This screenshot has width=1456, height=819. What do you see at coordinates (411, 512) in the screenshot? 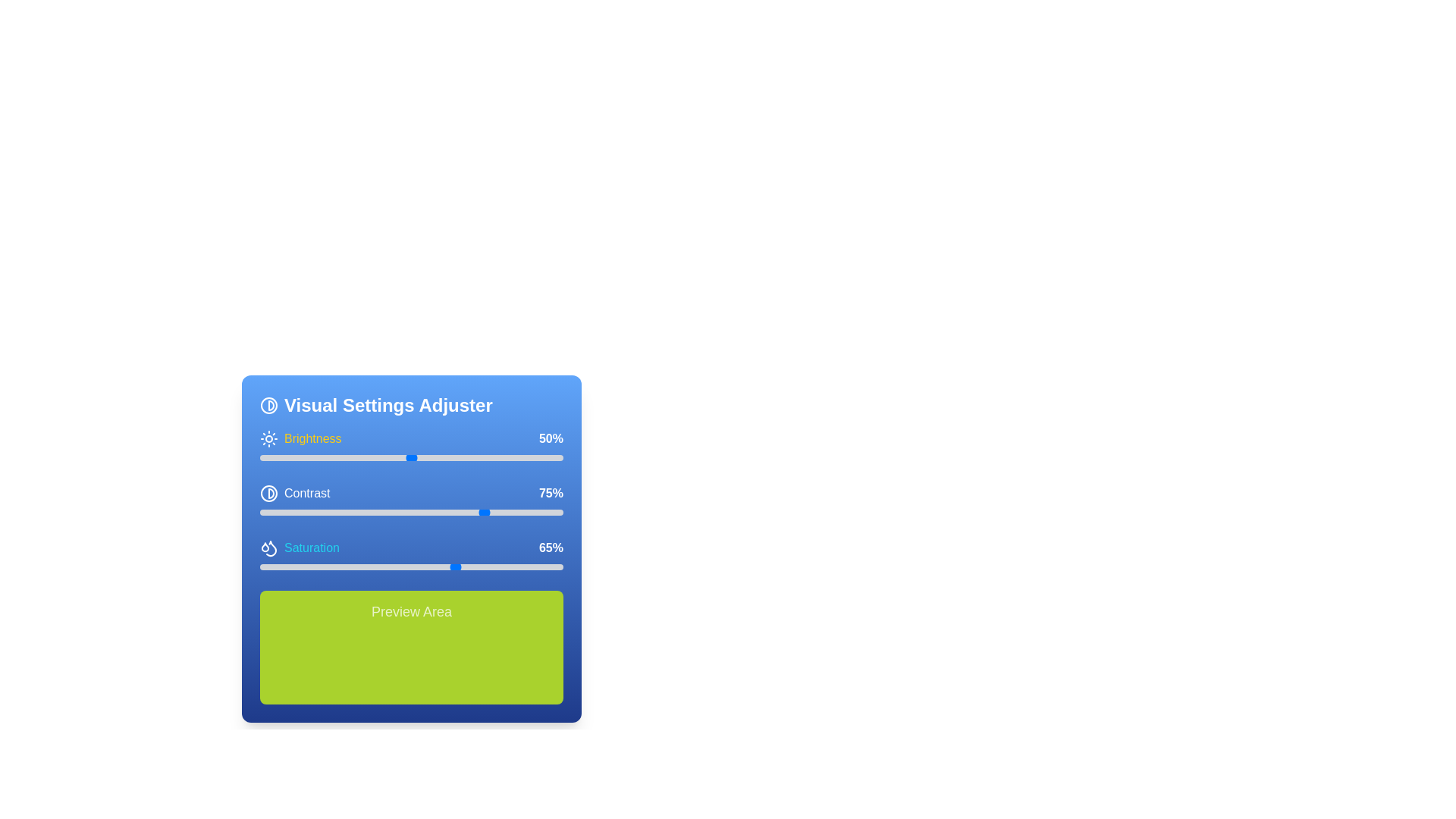
I see `the contrast value` at bounding box center [411, 512].